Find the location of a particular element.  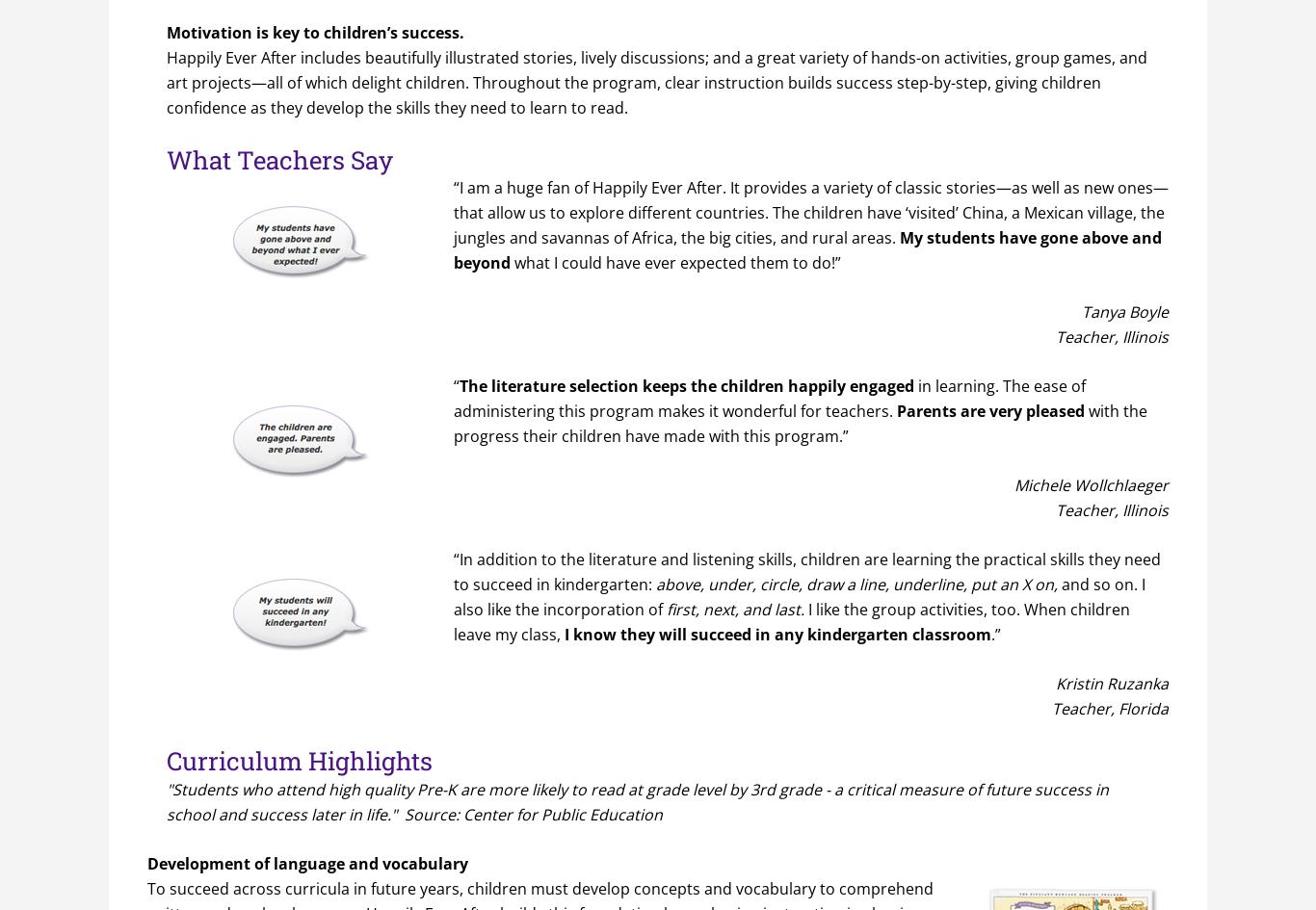

'Parents are very pleased' is located at coordinates (989, 411).